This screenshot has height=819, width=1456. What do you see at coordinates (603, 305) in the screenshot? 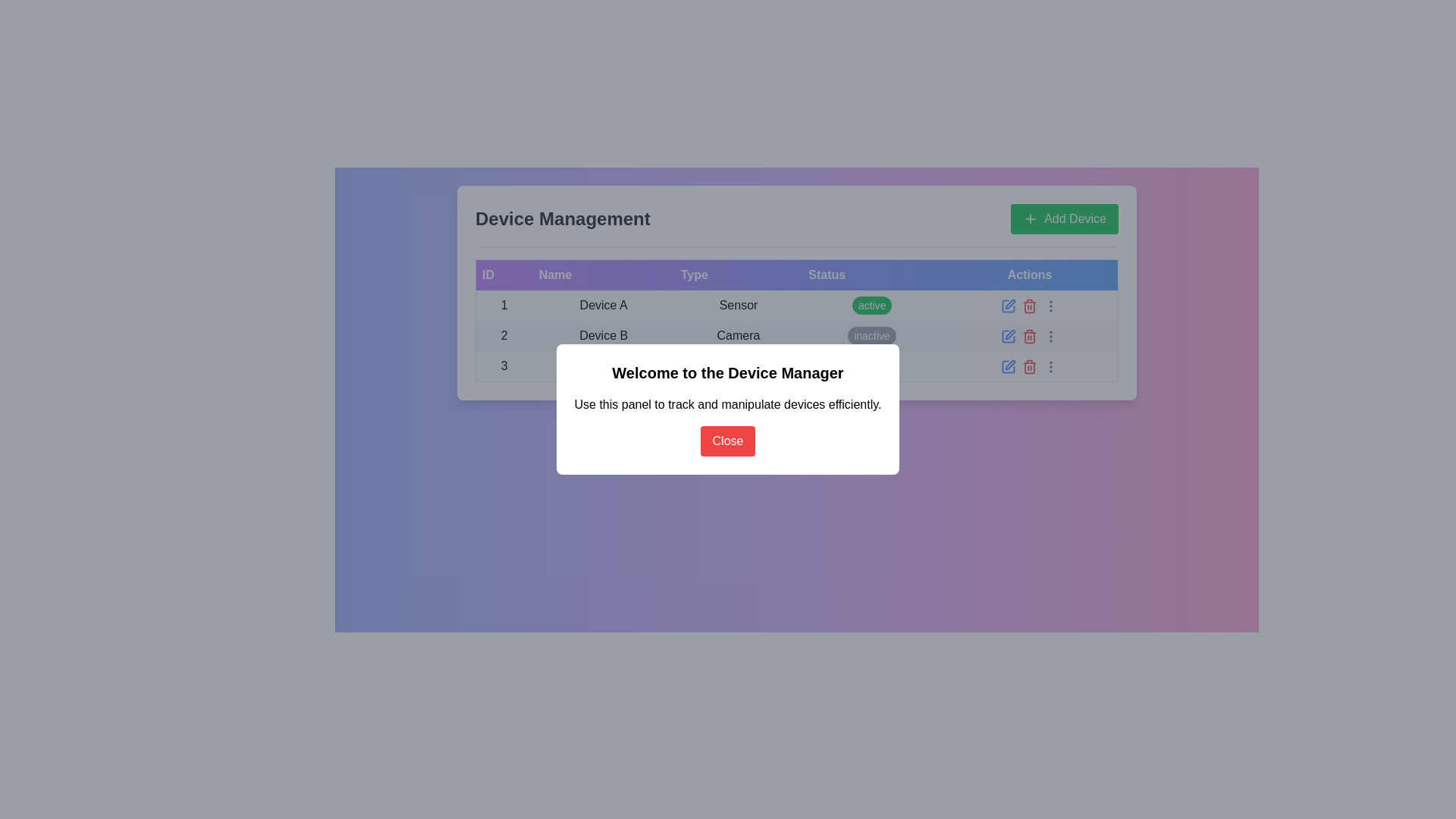
I see `the text label displaying 'Device A' located in the second column of the first row of the table` at bounding box center [603, 305].